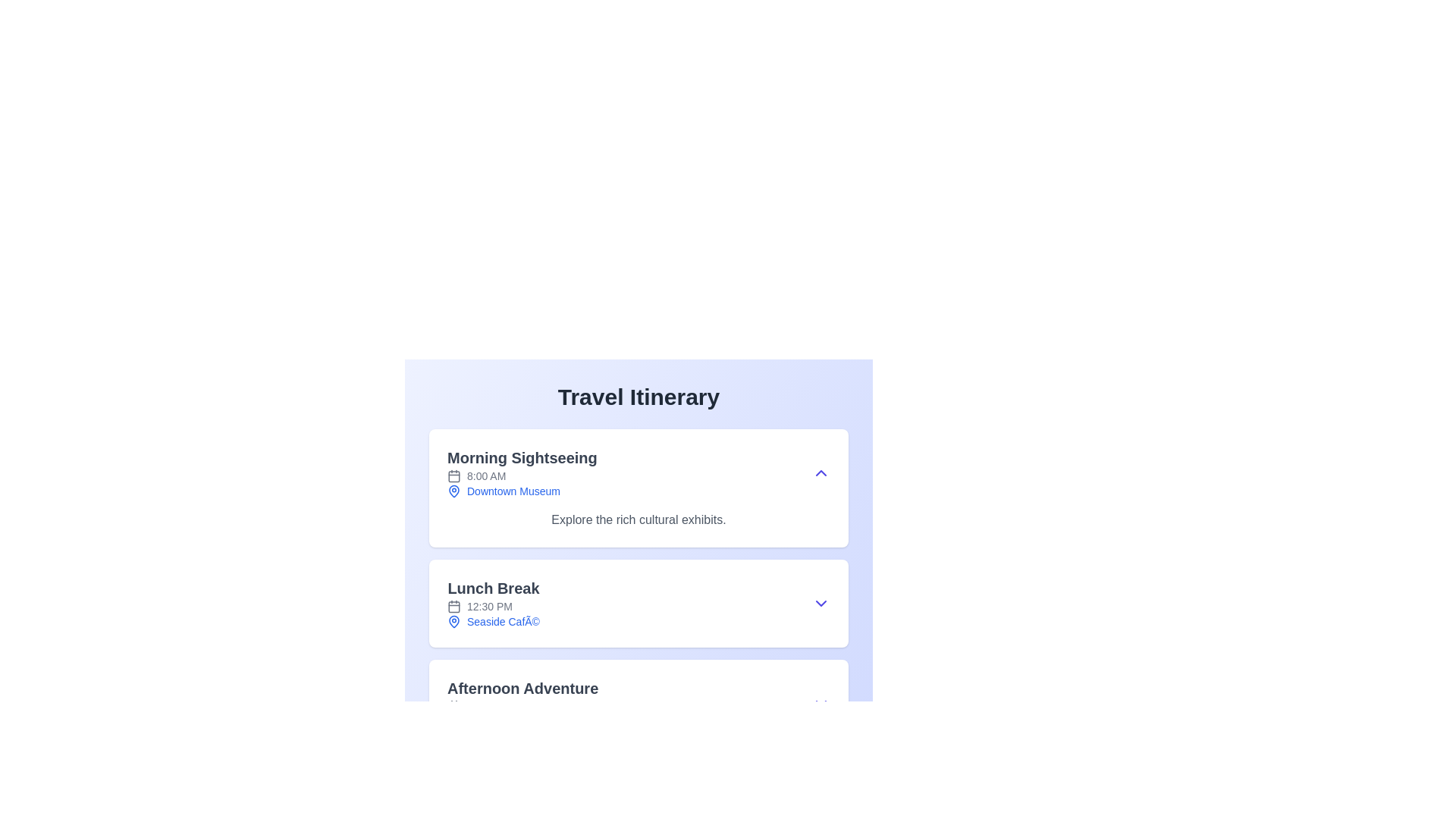 This screenshot has height=819, width=1456. What do you see at coordinates (522, 472) in the screenshot?
I see `the first item in the vertical itinerary list that displays an event or activity's title, time, and location, located beneath 'Travel Itinerary'` at bounding box center [522, 472].